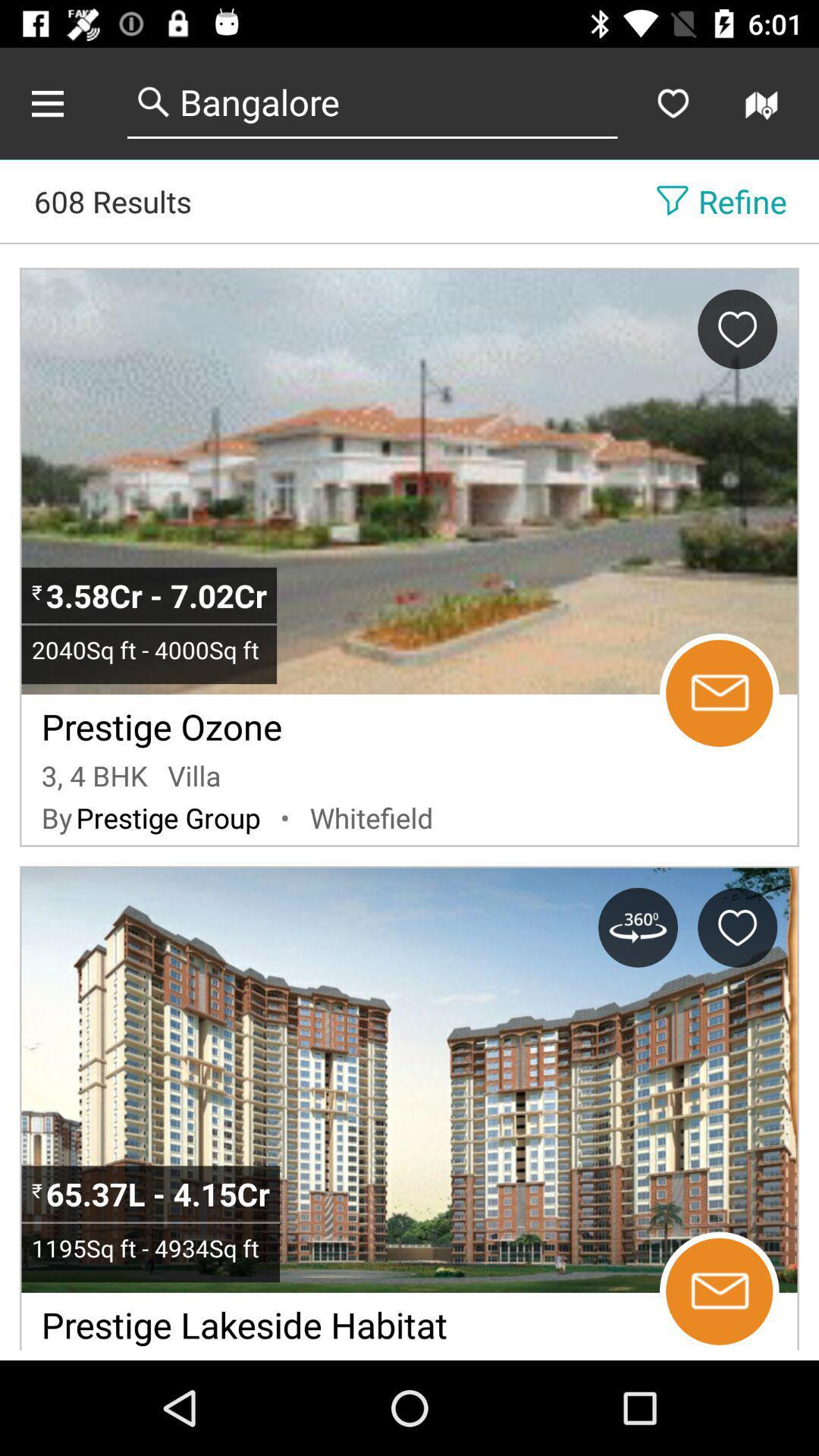 Image resolution: width=819 pixels, height=1456 pixels. What do you see at coordinates (63, 102) in the screenshot?
I see `open more options` at bounding box center [63, 102].